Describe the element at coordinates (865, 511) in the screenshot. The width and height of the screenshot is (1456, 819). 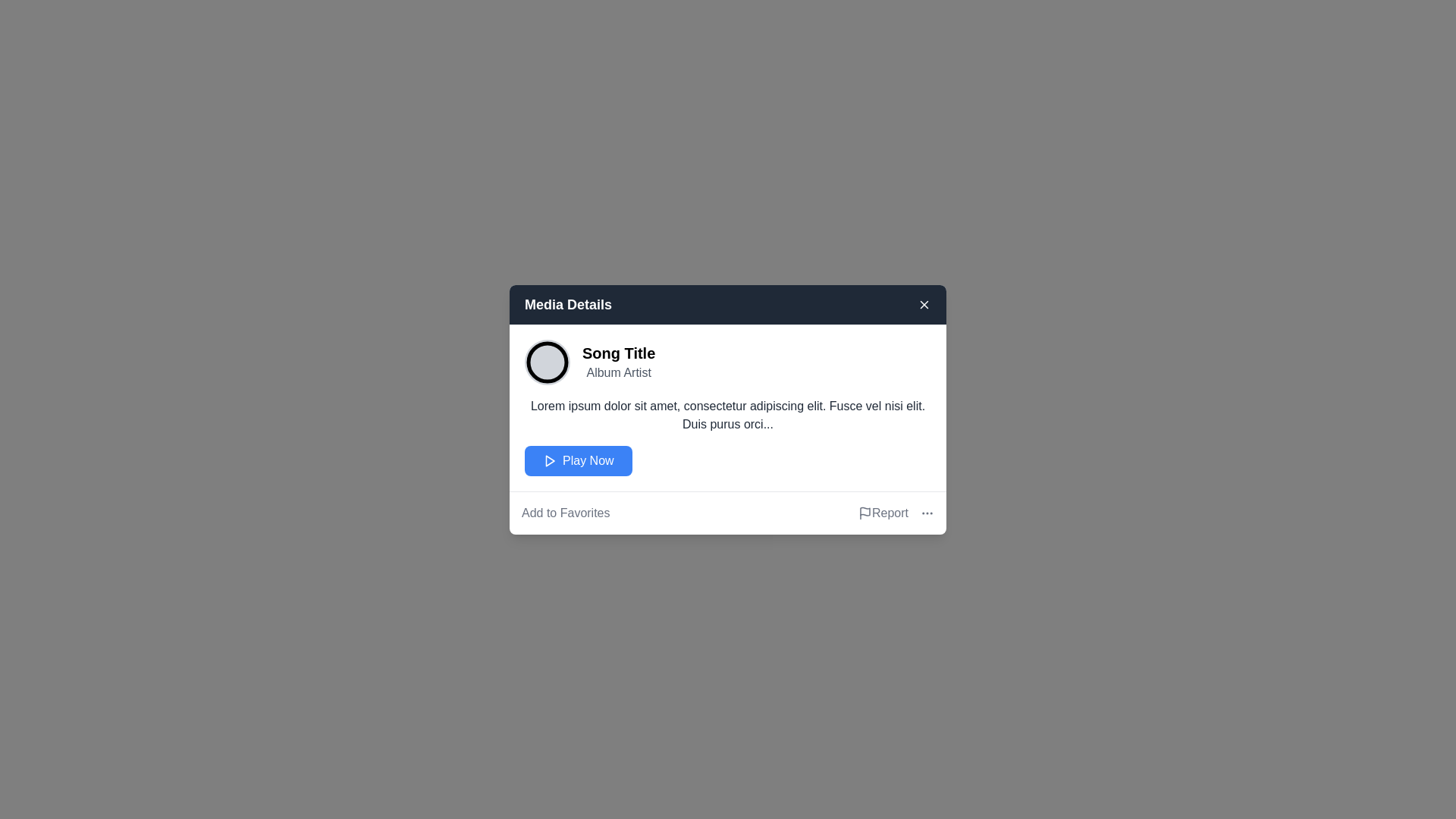
I see `the flag-shaped icon located at the bottom-right corner of the card above a vertical line` at that location.